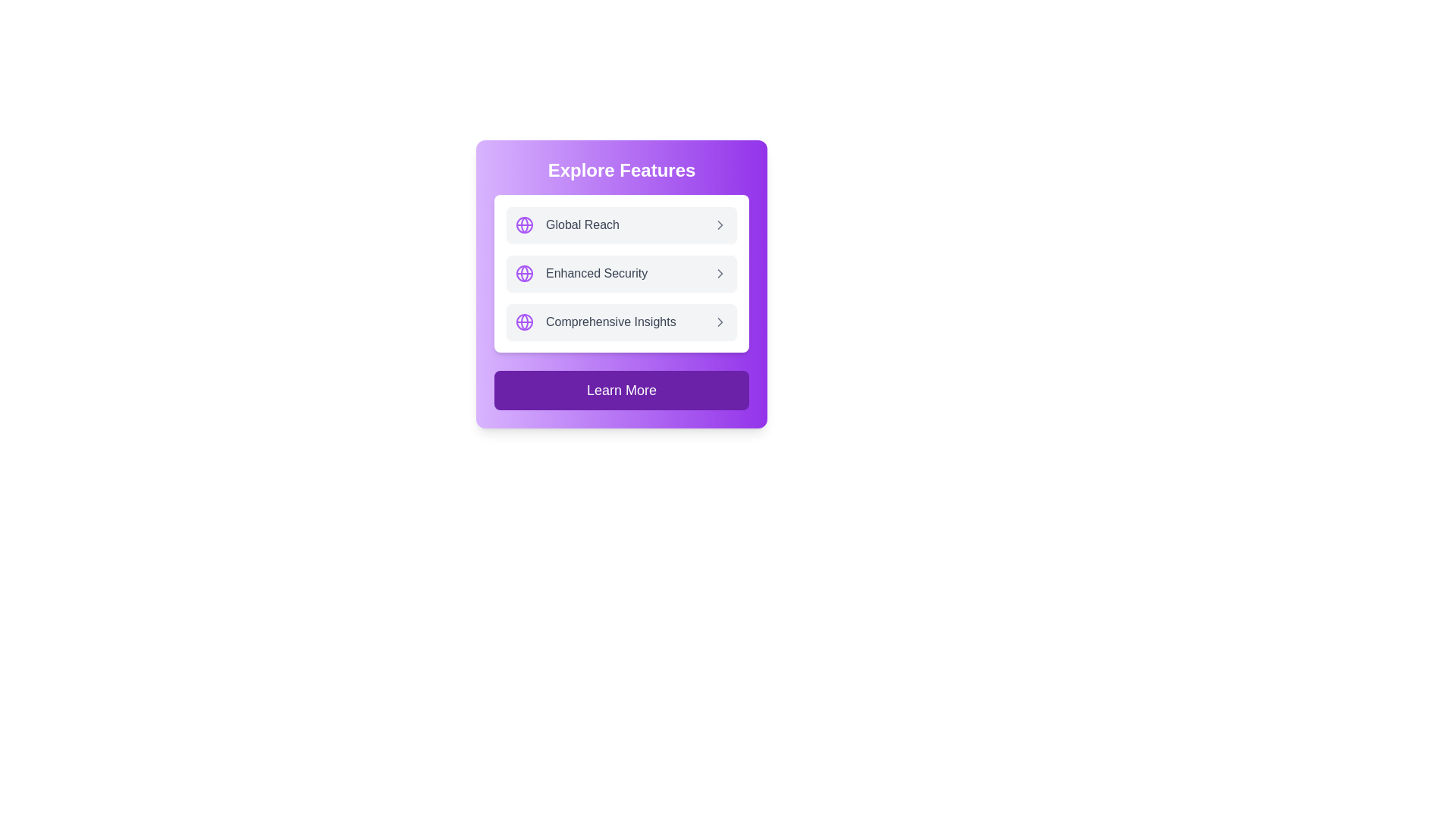 The width and height of the screenshot is (1456, 819). Describe the element at coordinates (622, 390) in the screenshot. I see `the 'Learn More' button with a purple background and white text` at that location.